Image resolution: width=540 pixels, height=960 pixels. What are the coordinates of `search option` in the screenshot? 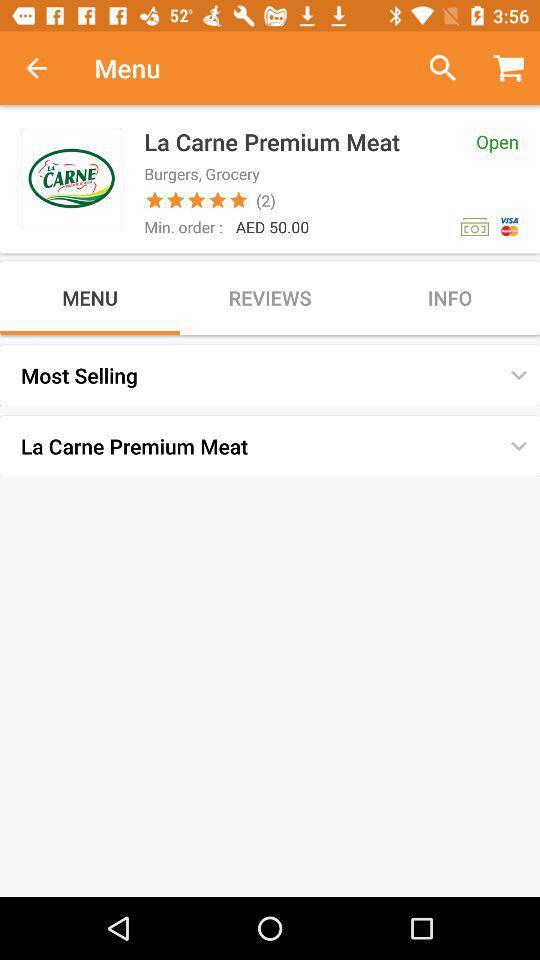 It's located at (434, 68).